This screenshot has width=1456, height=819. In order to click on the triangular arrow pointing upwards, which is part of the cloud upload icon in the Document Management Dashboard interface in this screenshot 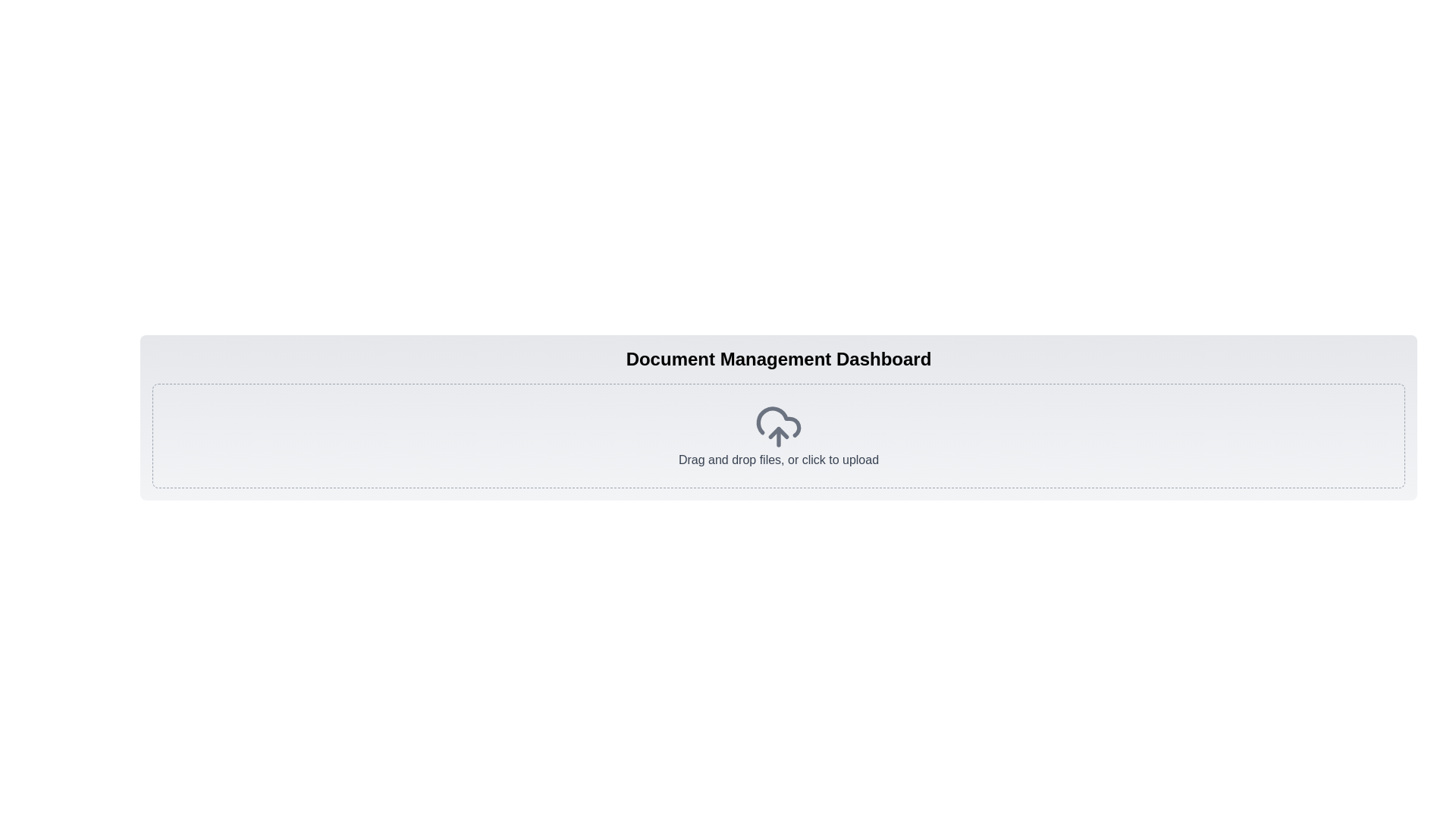, I will do `click(779, 432)`.